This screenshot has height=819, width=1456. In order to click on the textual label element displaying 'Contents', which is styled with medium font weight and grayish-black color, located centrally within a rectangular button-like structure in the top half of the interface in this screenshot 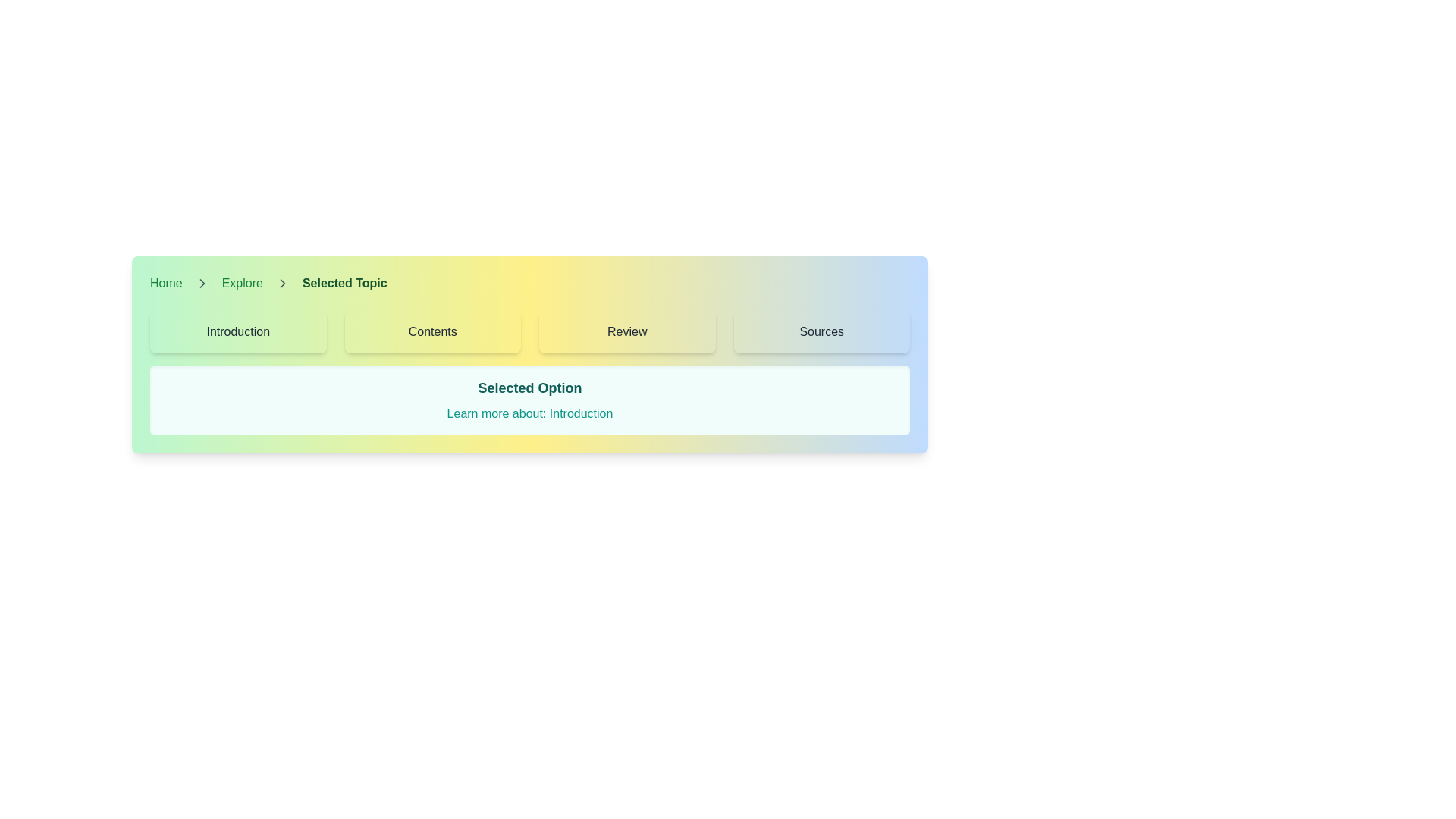, I will do `click(431, 331)`.